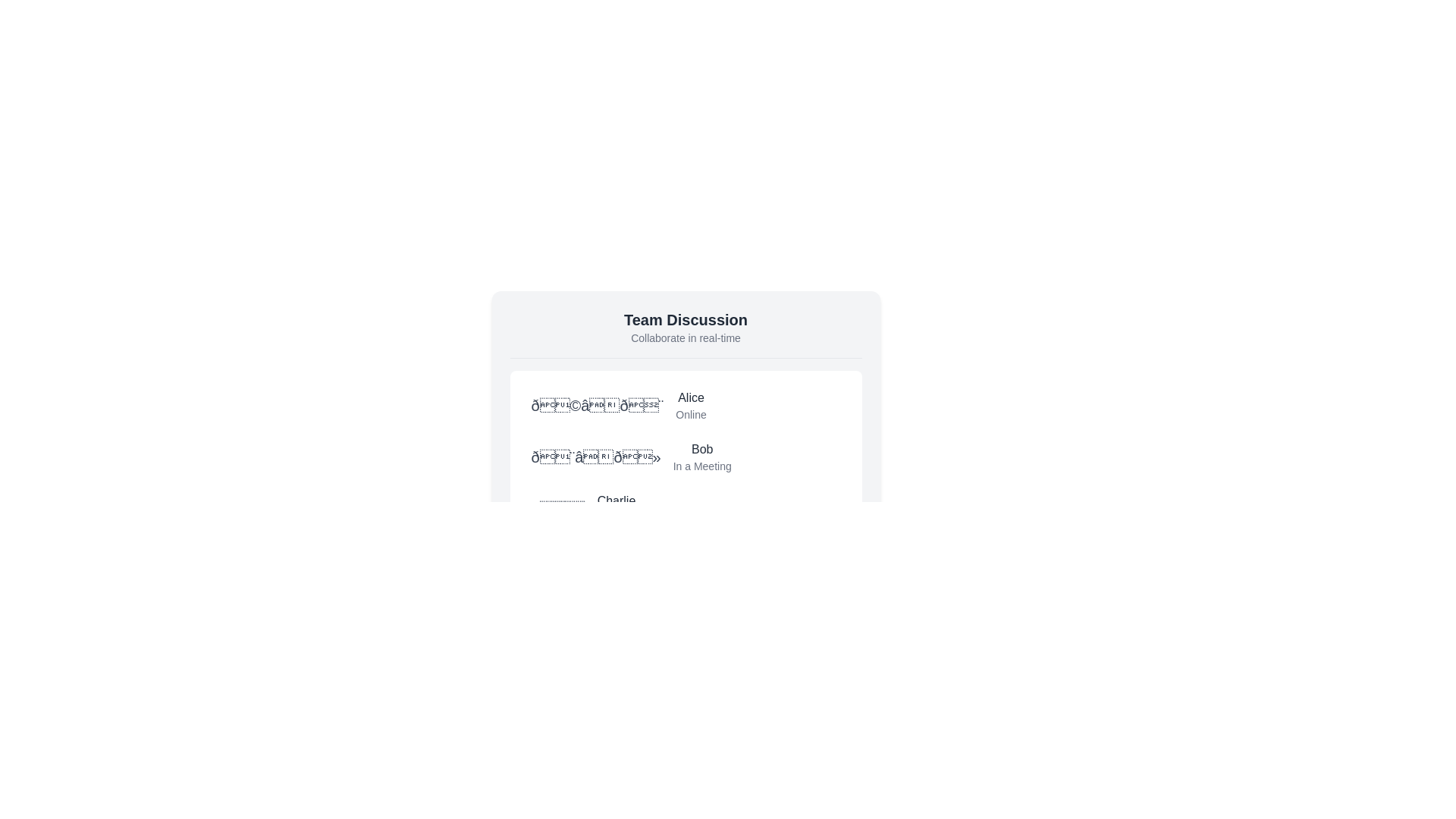  I want to click on the 'Online' text label element, which is styled in gray and positioned below 'Alice' in the 'Team Discussion' panel, so click(690, 415).